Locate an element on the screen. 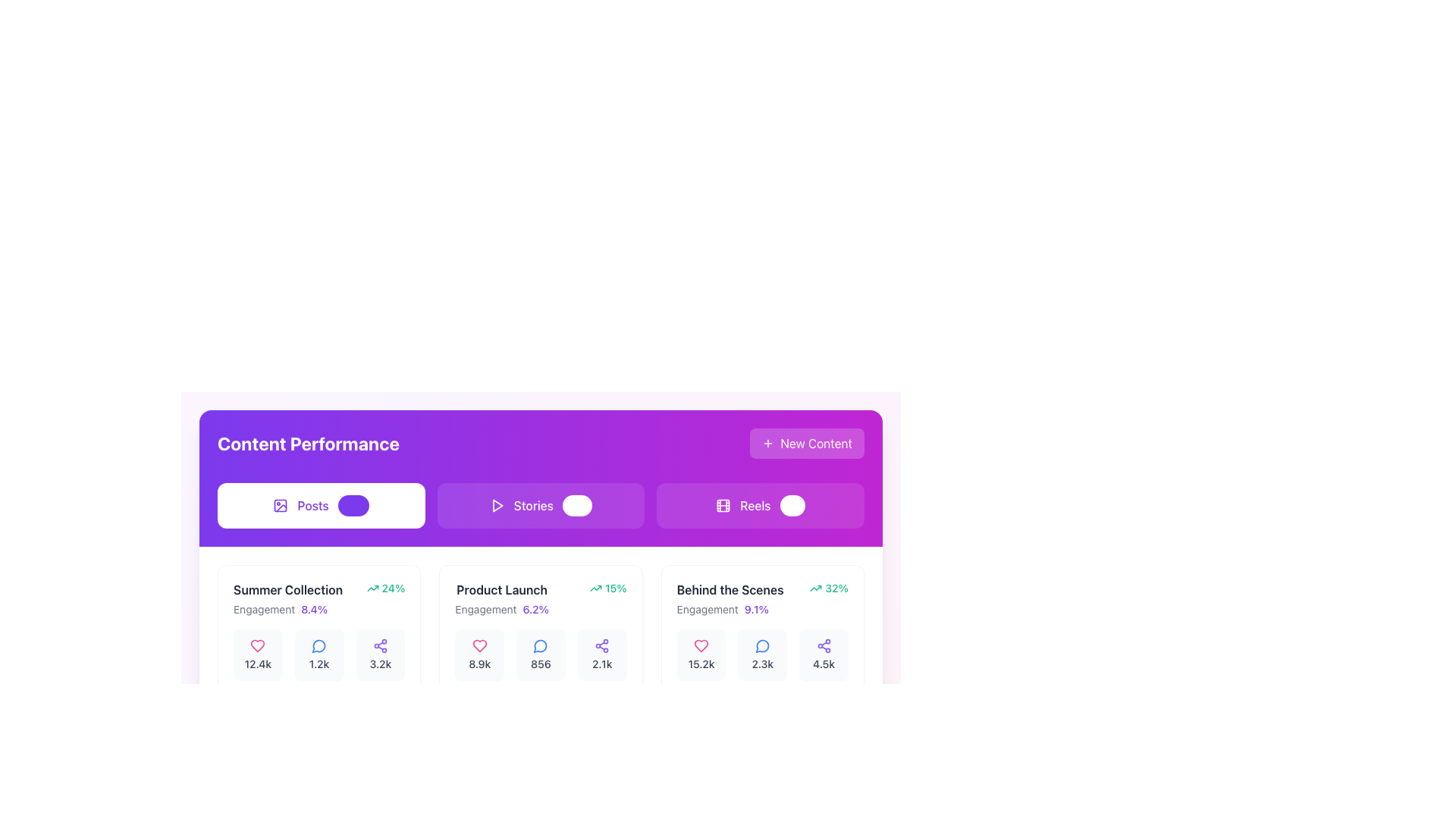 Image resolution: width=1456 pixels, height=819 pixels. the Text display that shows the engagement percentage for the 'Product Launch' content item, located in the lower section of the 'Product Launch' card in the middle column of the content table is located at coordinates (502, 608).